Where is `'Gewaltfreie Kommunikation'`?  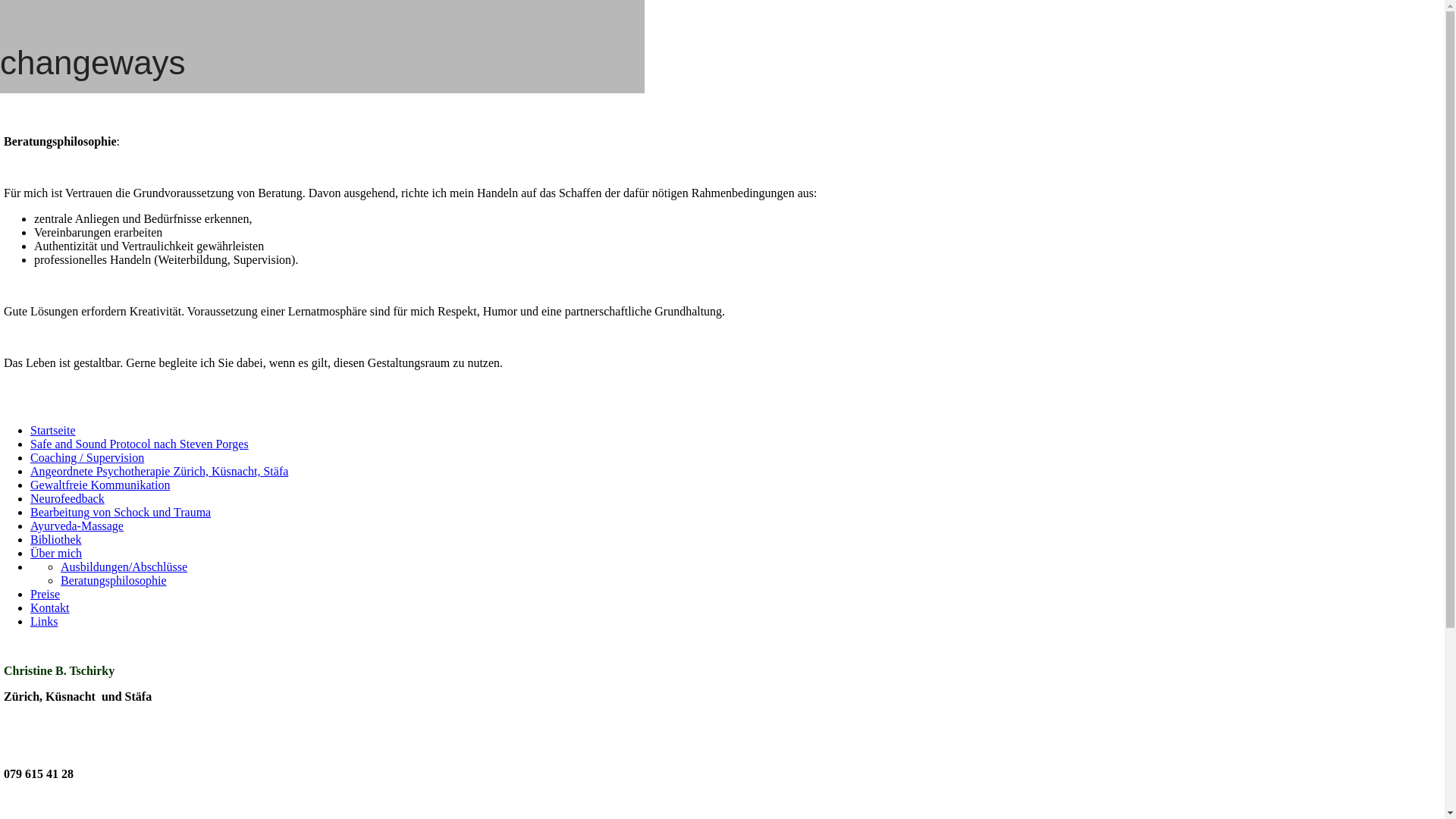
'Gewaltfreie Kommunikation' is located at coordinates (99, 485).